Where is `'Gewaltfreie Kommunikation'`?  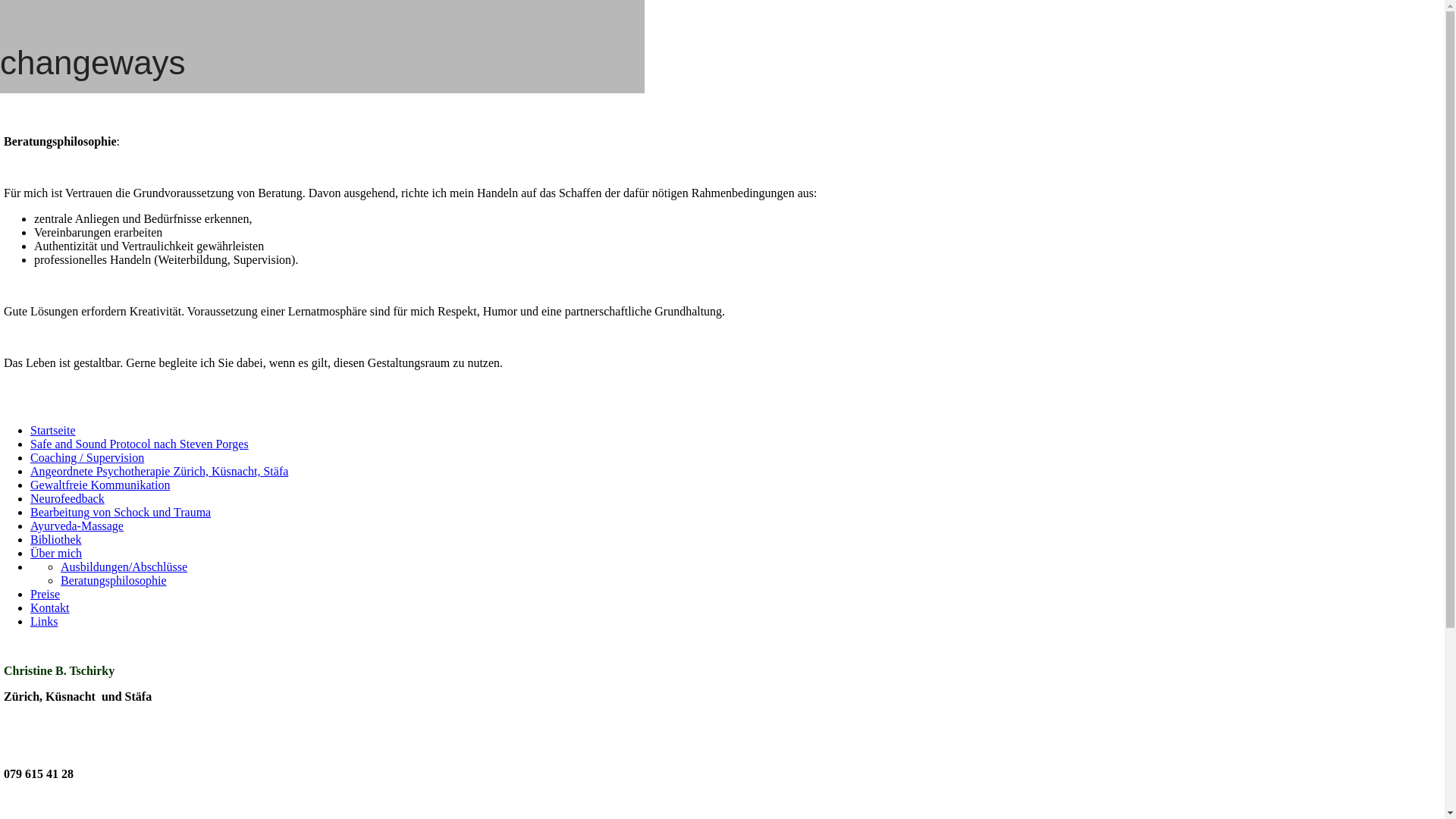
'Gewaltfreie Kommunikation' is located at coordinates (99, 485).